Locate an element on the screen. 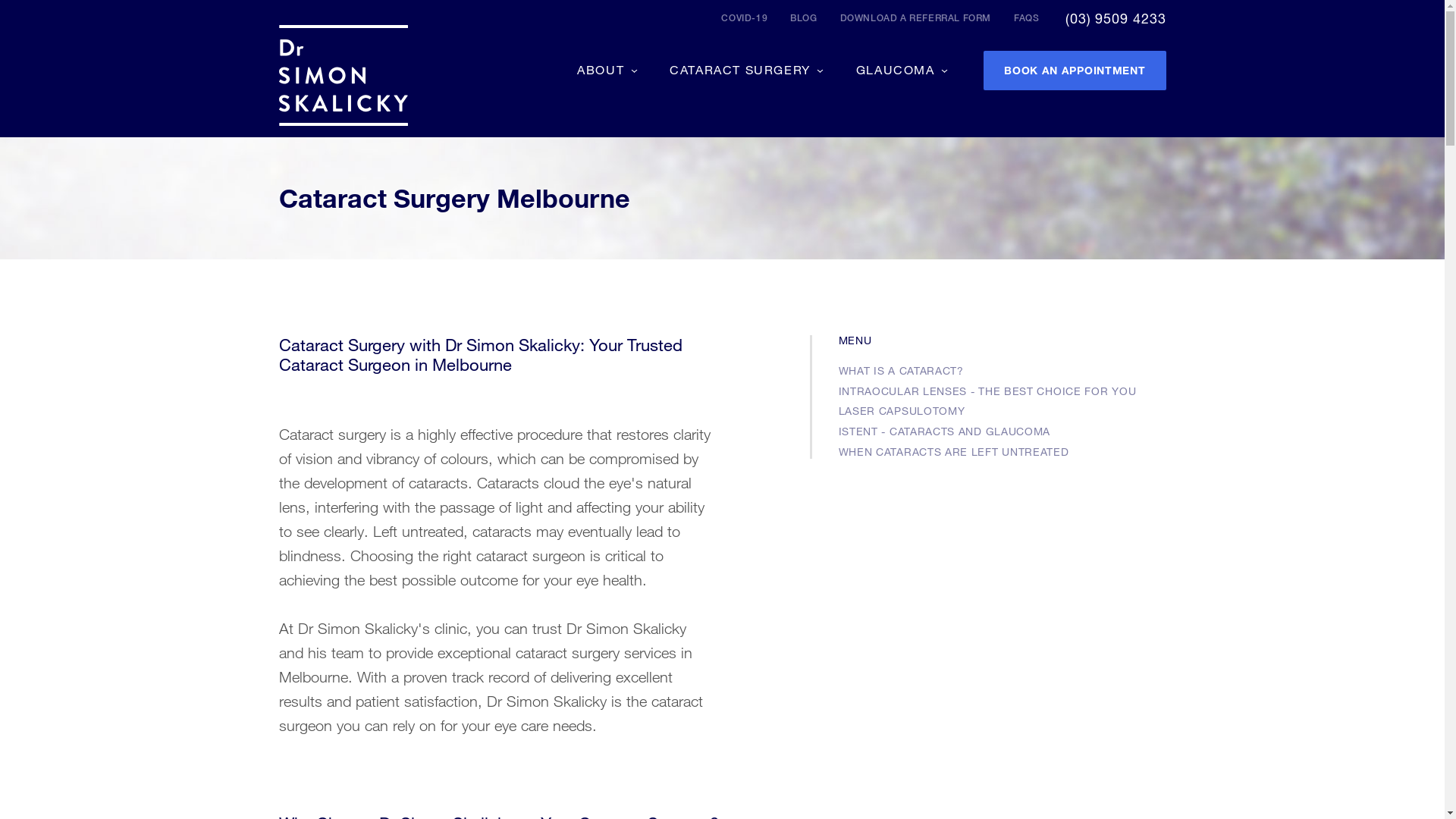 The width and height of the screenshot is (1456, 819). 'COVID-19' is located at coordinates (720, 17).